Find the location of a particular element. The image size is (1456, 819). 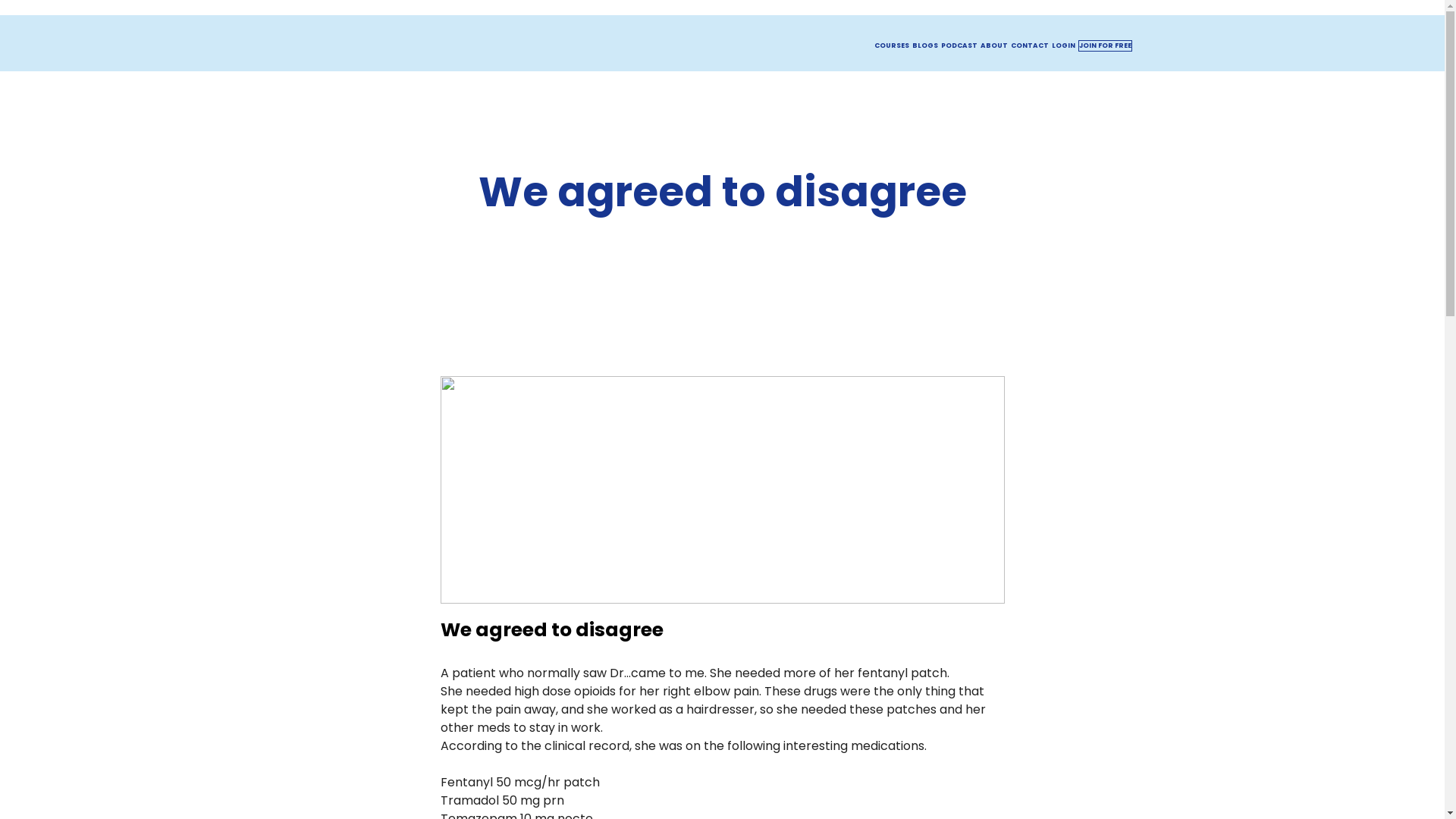

'ABOUT' is located at coordinates (979, 45).